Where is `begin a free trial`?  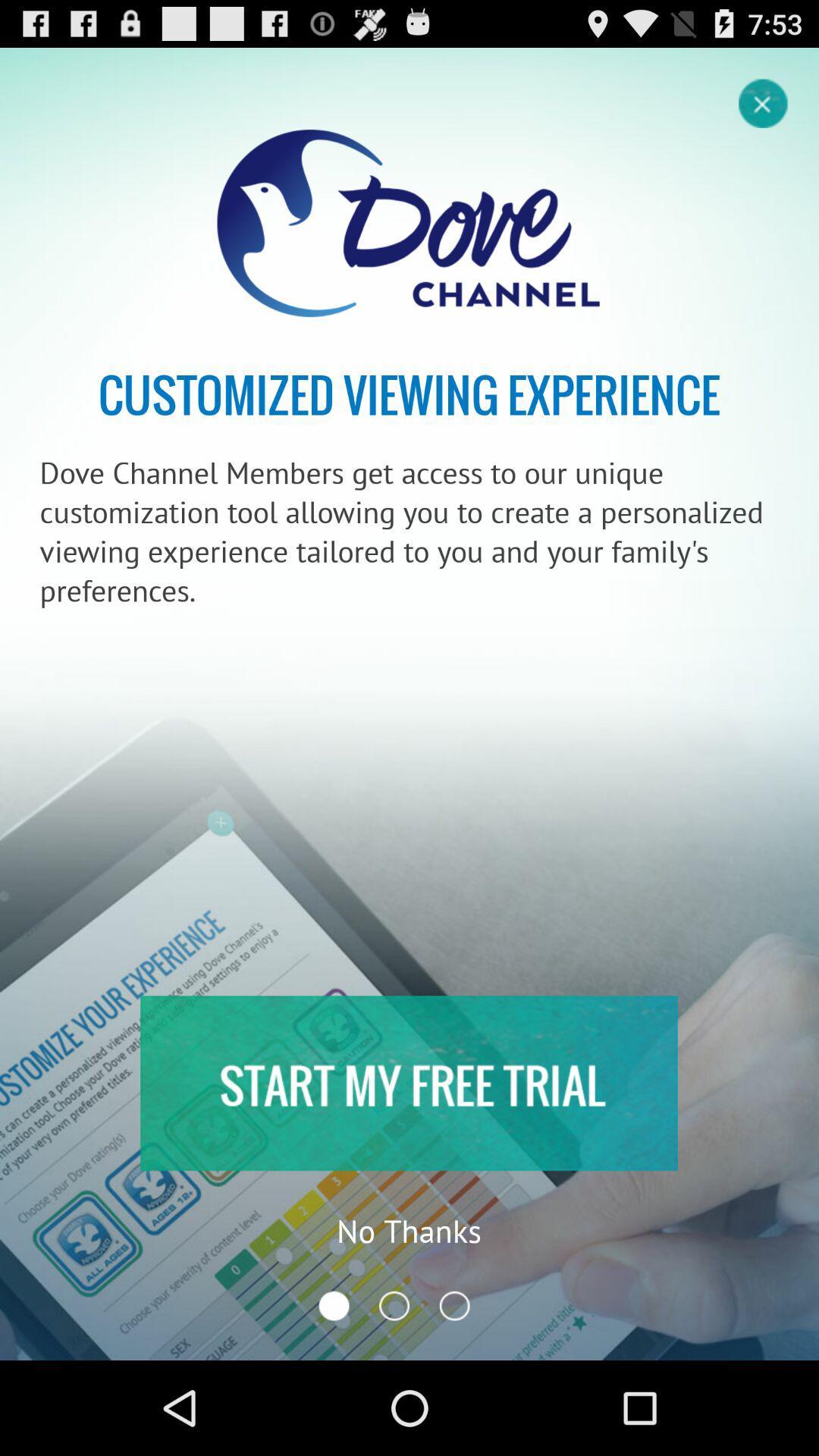
begin a free trial is located at coordinates (408, 1082).